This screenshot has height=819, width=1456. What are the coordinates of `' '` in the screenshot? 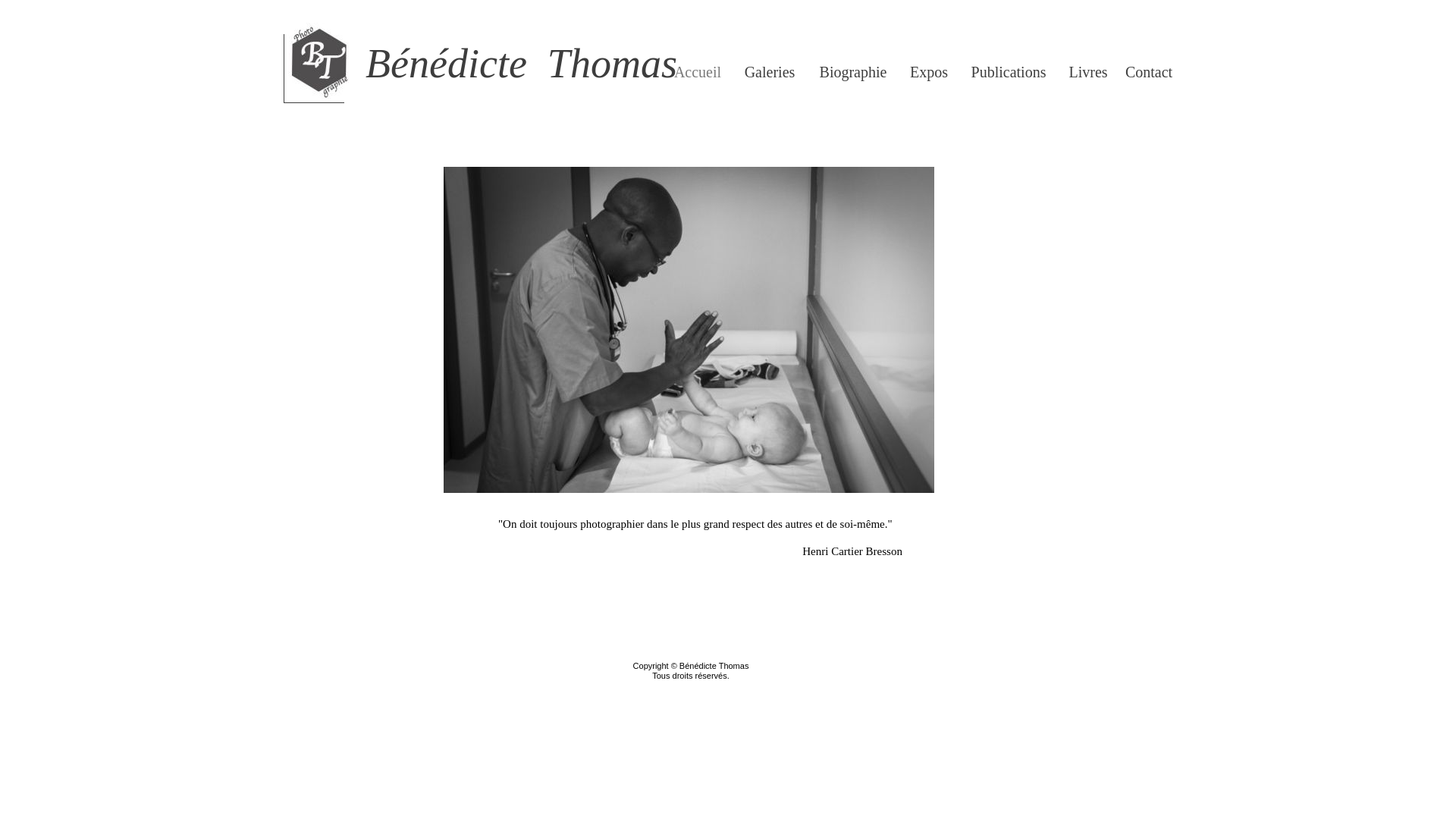 It's located at (274, 679).